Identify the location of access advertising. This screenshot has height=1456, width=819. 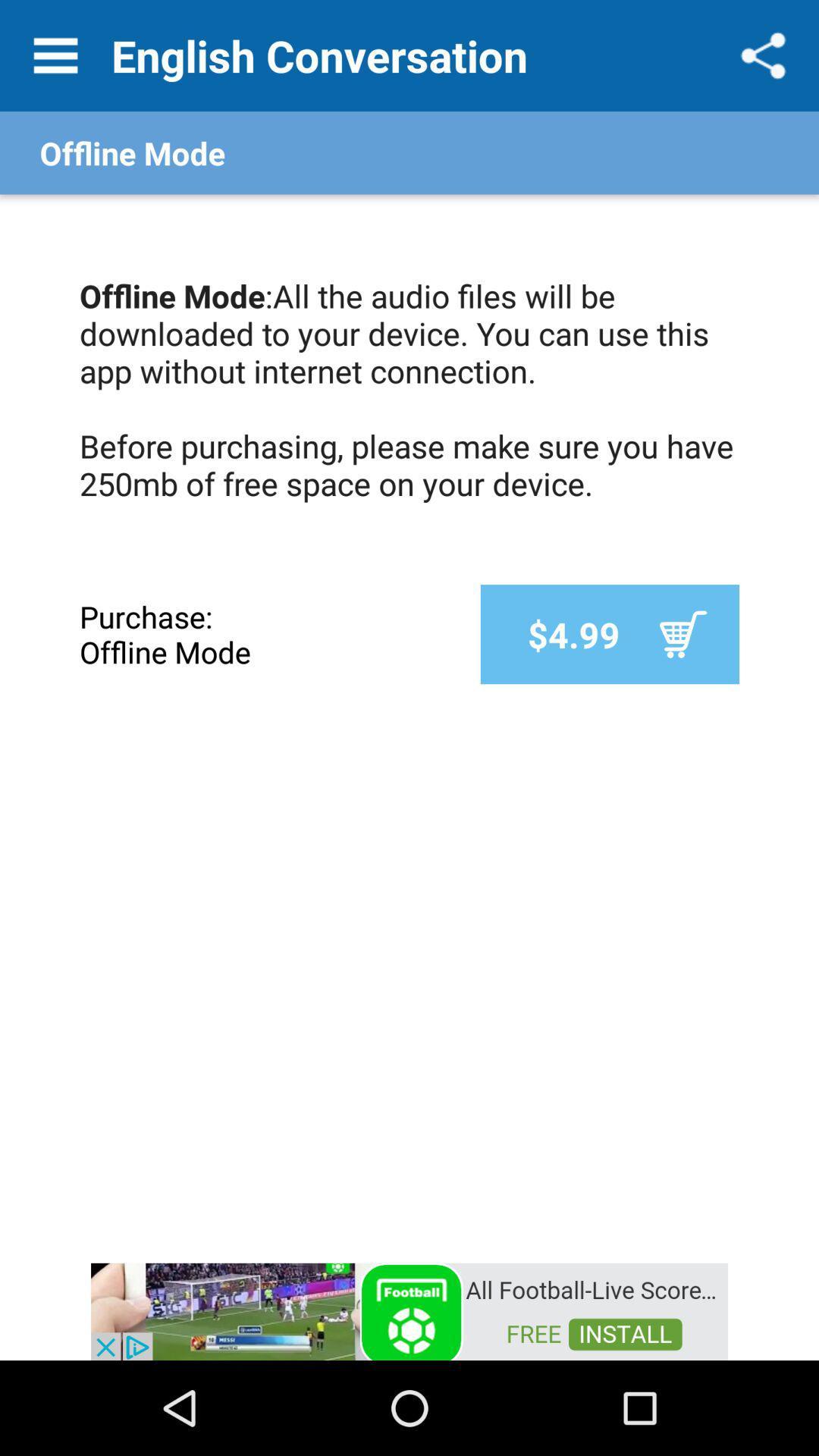
(409, 1310).